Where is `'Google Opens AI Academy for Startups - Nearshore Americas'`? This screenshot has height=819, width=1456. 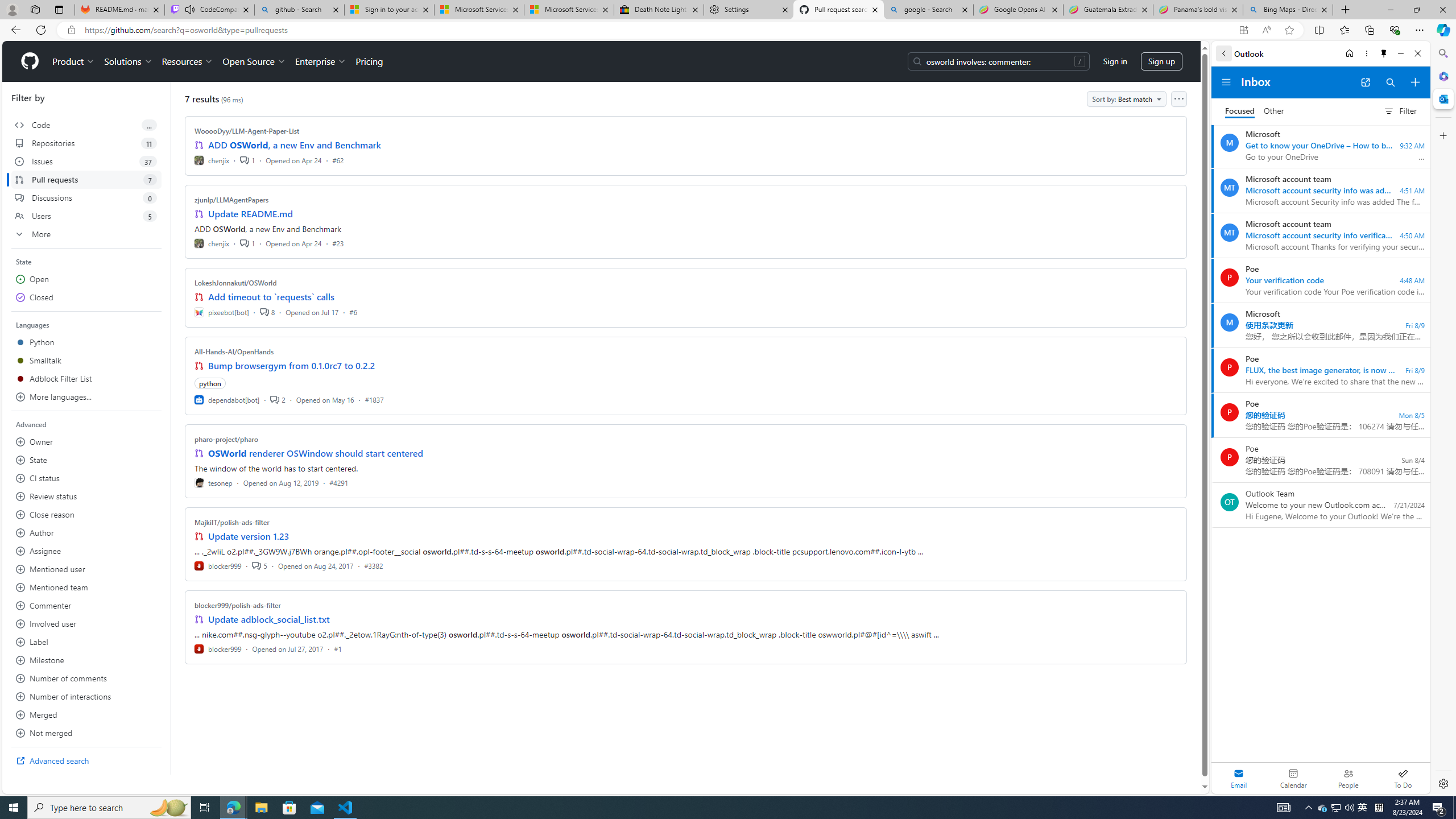
'Google Opens AI Academy for Startups - Nearshore Americas' is located at coordinates (1017, 9).